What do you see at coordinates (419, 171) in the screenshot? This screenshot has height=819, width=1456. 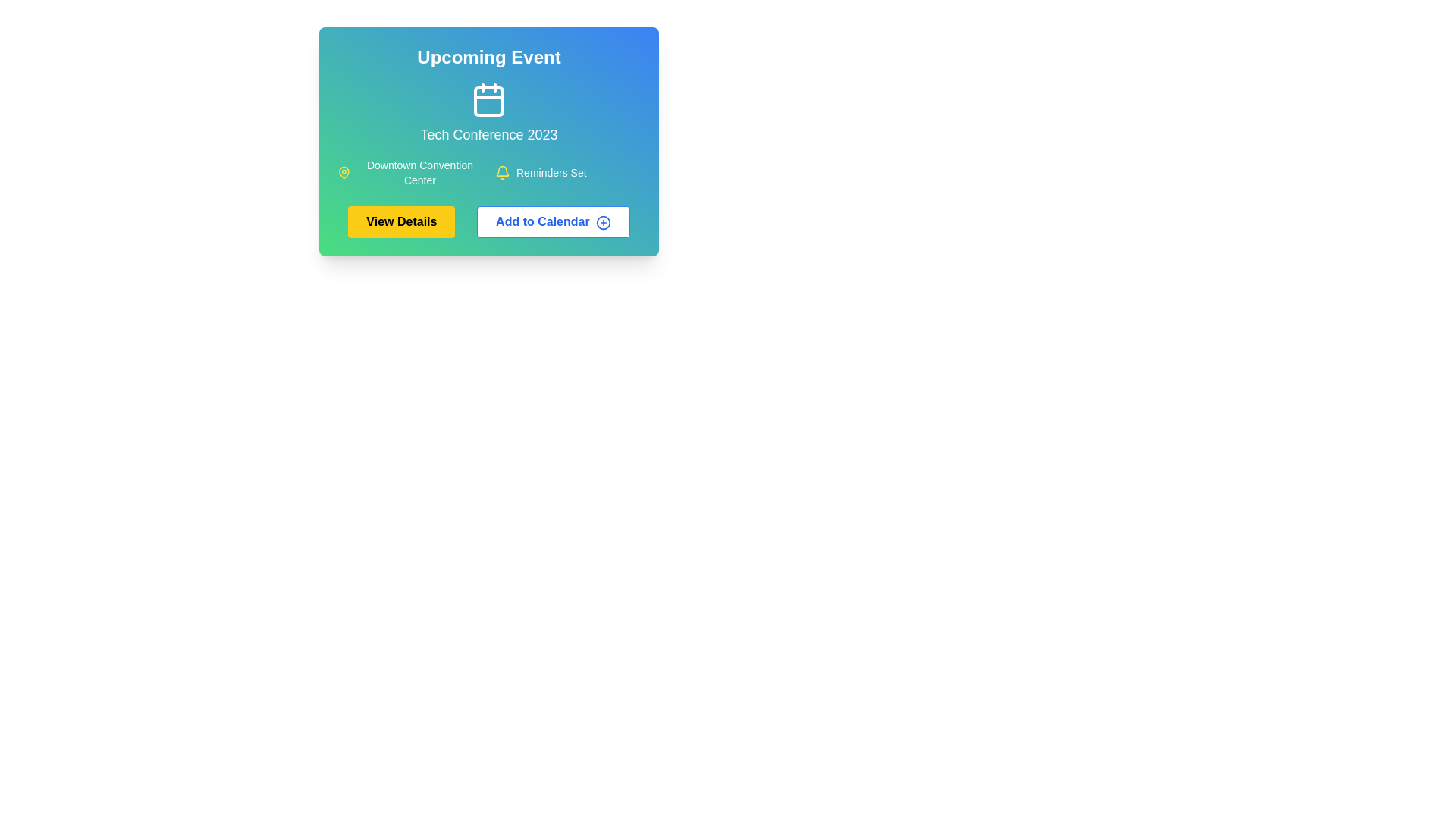 I see `the text label indicating the venue name for the event, located centrally in the event details section, to the left of the notification icon and below the title 'Tech Conference 2023'` at bounding box center [419, 171].